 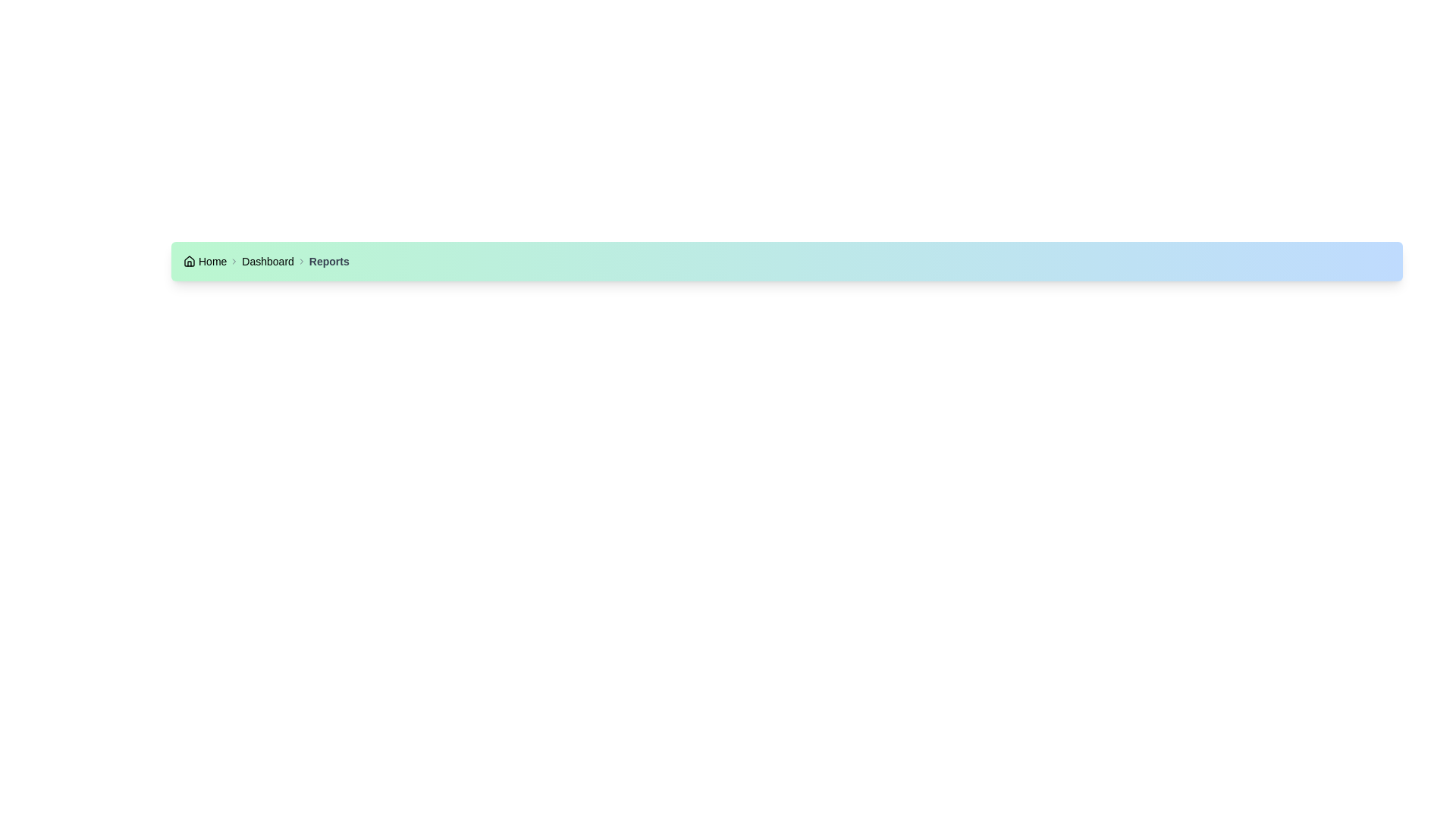 What do you see at coordinates (188, 260) in the screenshot?
I see `the 'Home' icon in the breadcrumb navigation bar` at bounding box center [188, 260].